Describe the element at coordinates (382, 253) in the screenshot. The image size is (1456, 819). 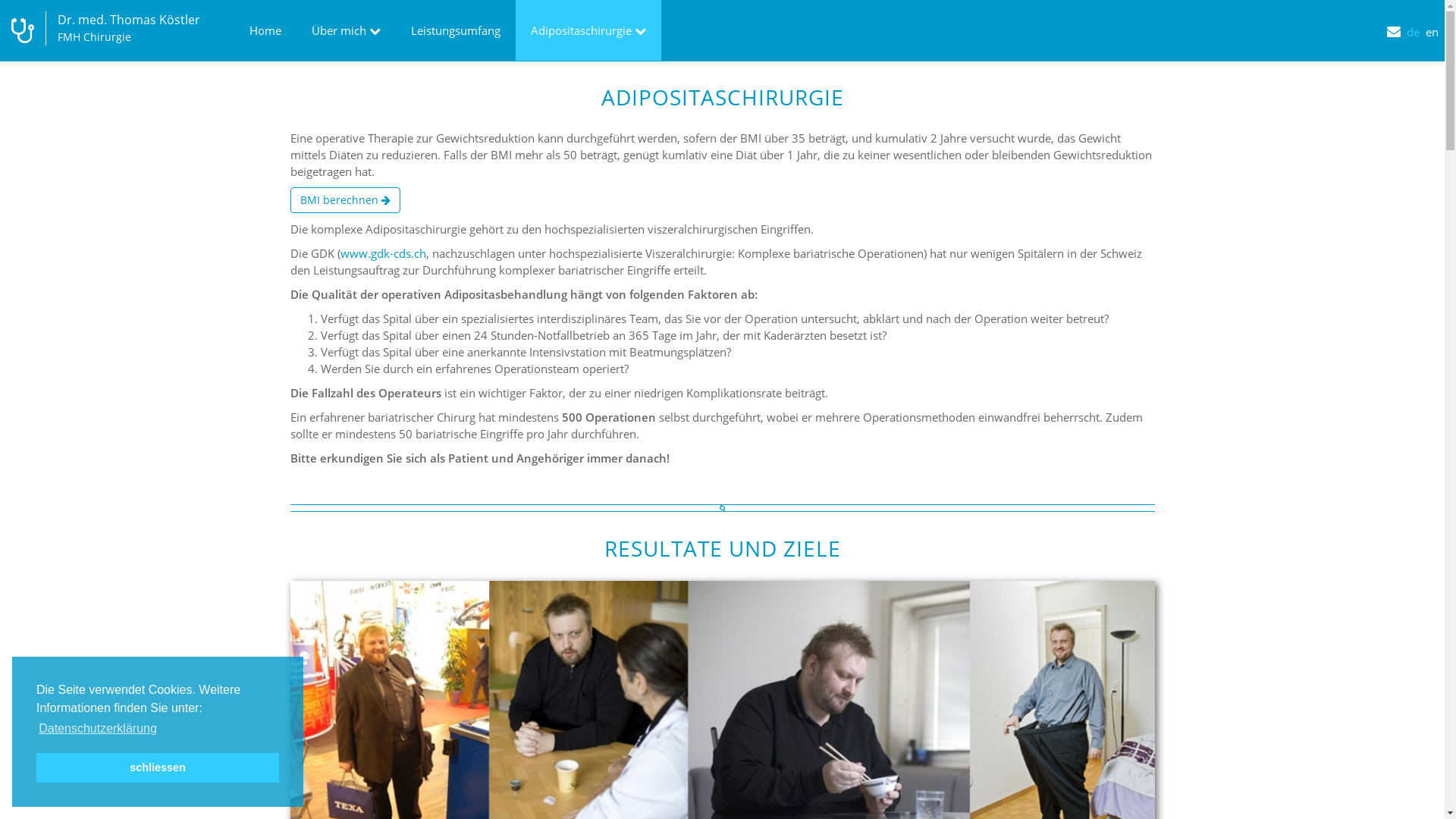
I see `'www.gdk-cds.ch'` at that location.